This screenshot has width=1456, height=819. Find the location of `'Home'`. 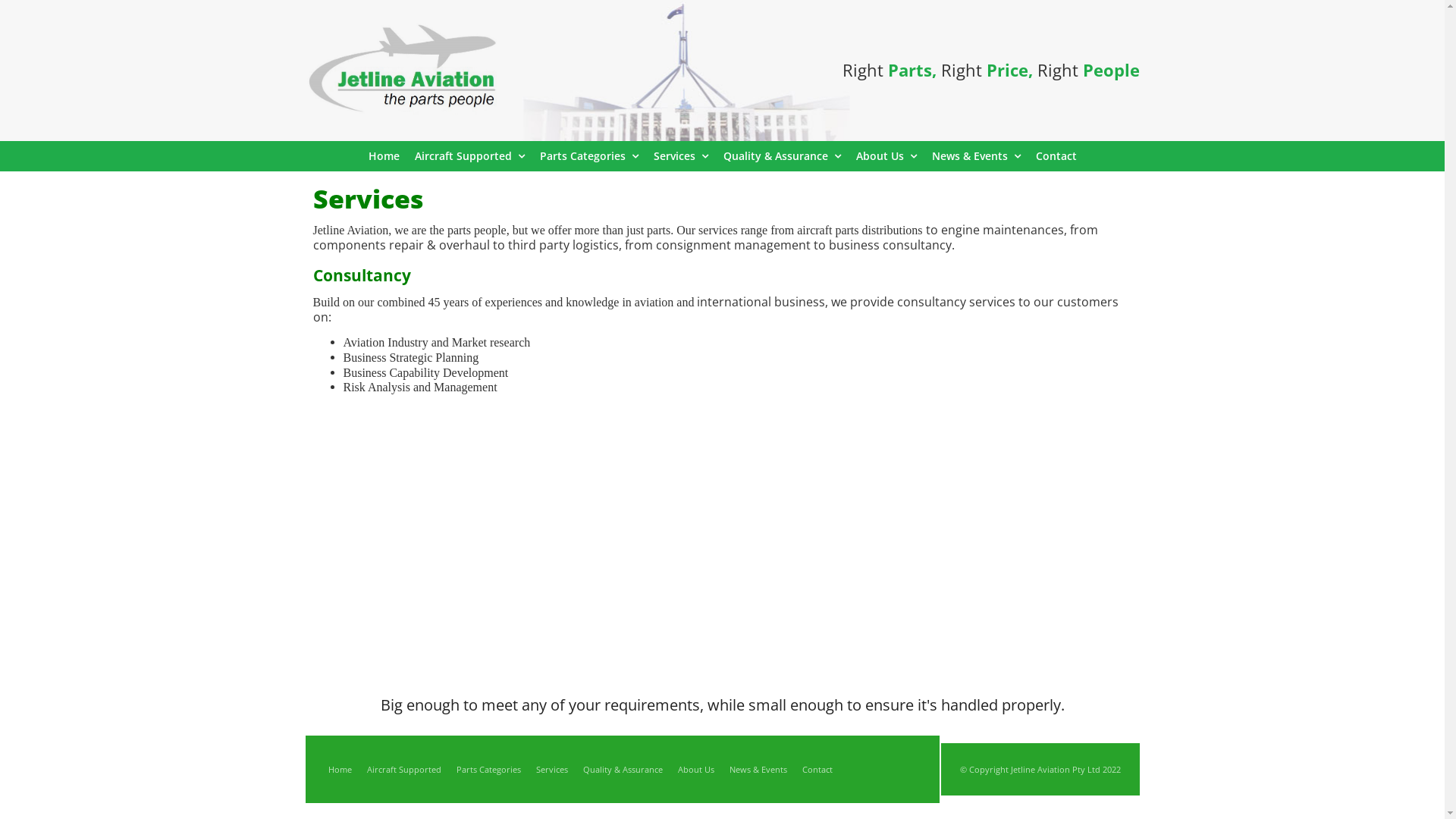

'Home' is located at coordinates (384, 155).